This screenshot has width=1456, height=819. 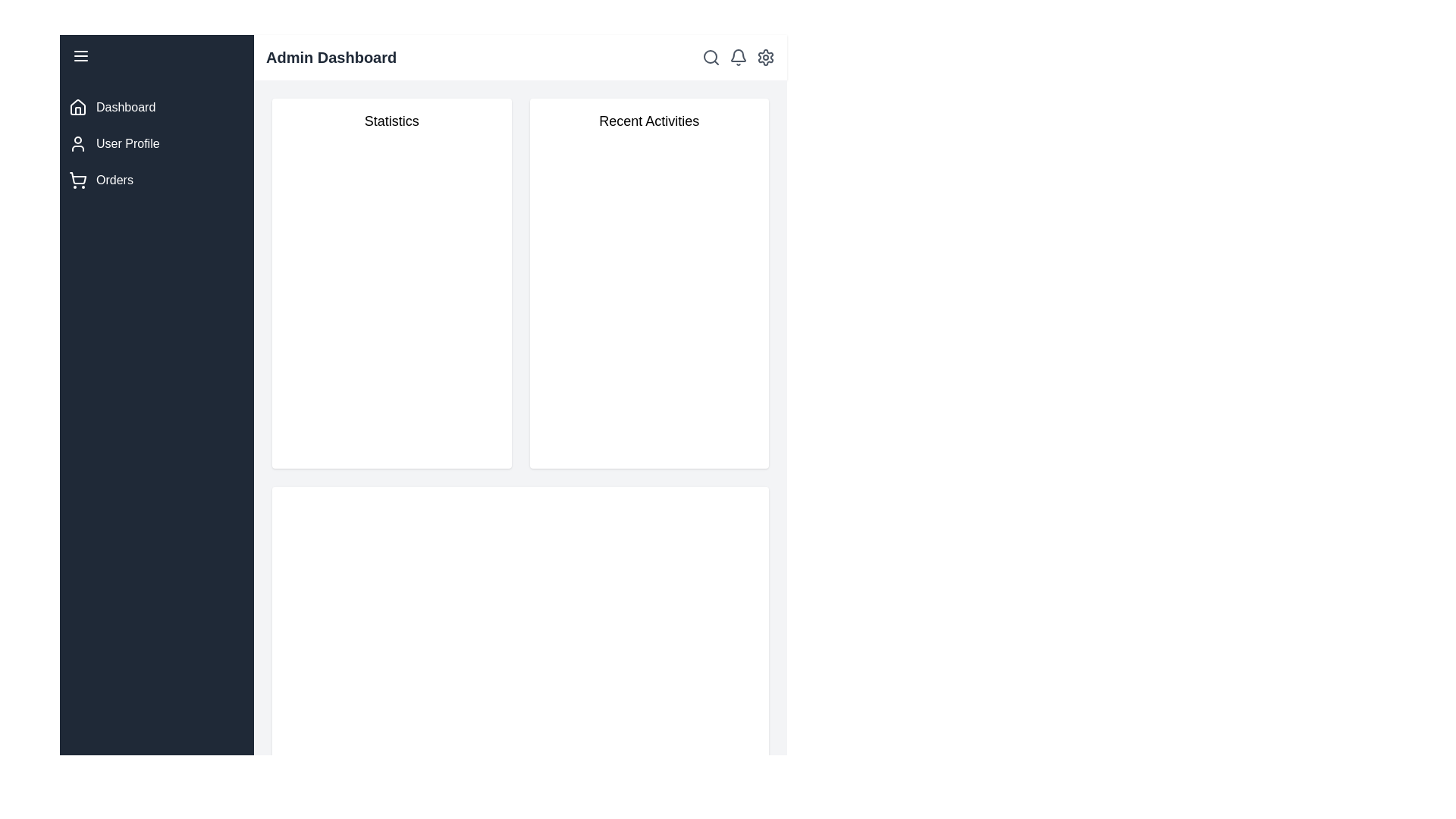 I want to click on the static text label that serves as a title or header for the content section in the left white card under the 'Admin Dashboard' header, so click(x=391, y=120).